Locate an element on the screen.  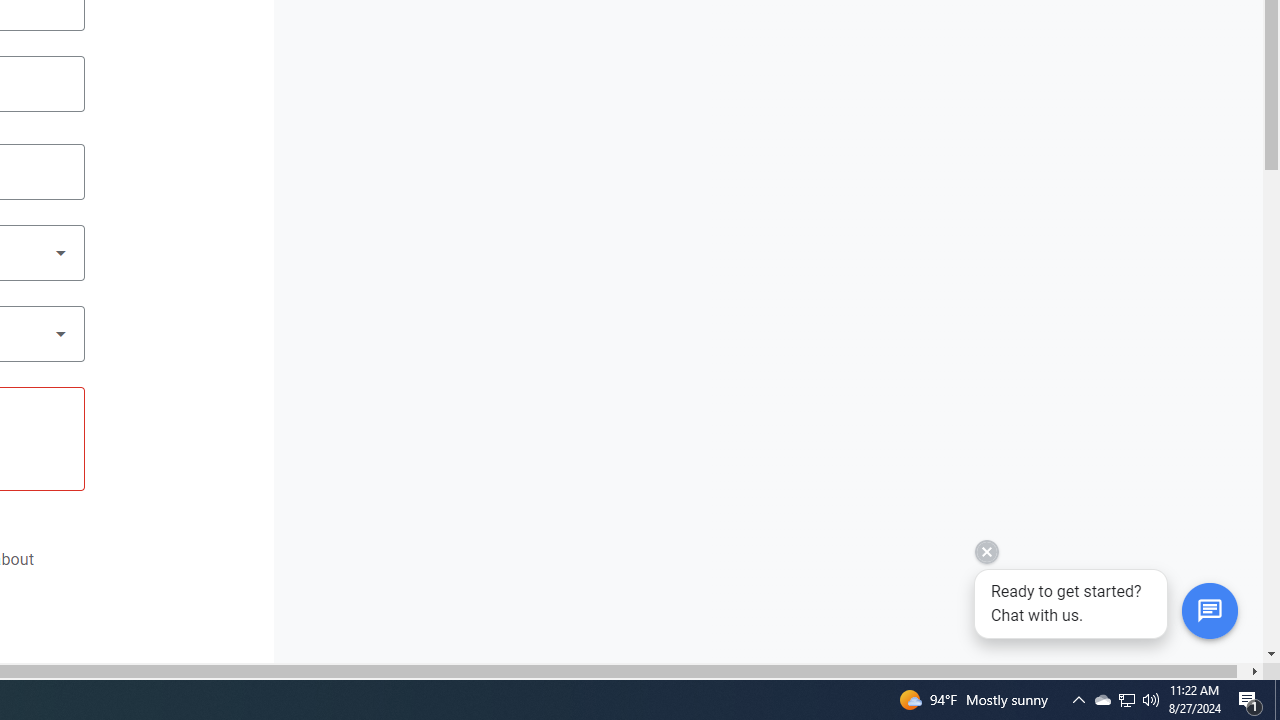
'Button to activate chat' is located at coordinates (1208, 610).